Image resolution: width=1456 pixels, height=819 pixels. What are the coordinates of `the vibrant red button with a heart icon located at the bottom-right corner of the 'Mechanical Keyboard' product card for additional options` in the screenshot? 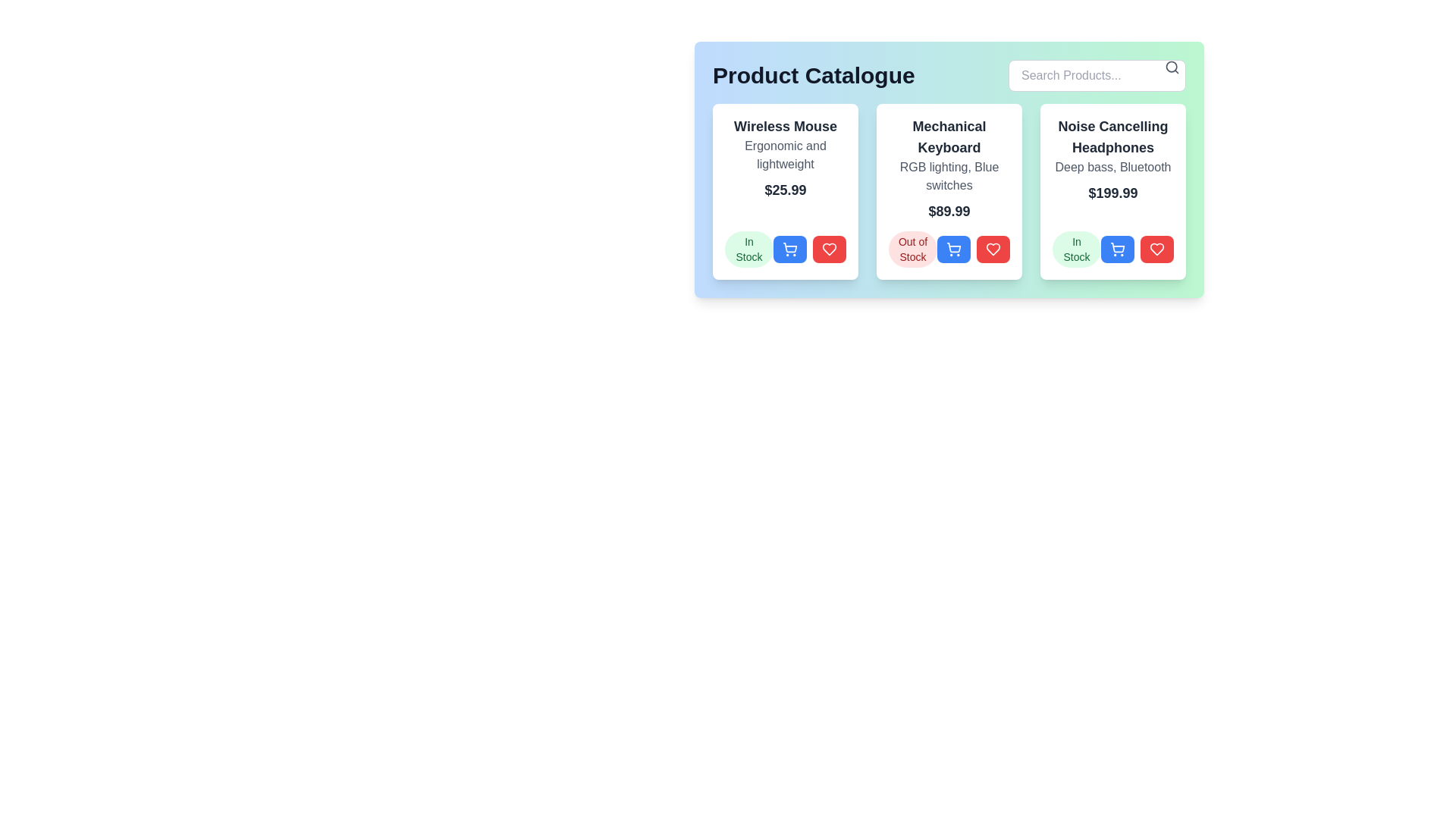 It's located at (993, 248).